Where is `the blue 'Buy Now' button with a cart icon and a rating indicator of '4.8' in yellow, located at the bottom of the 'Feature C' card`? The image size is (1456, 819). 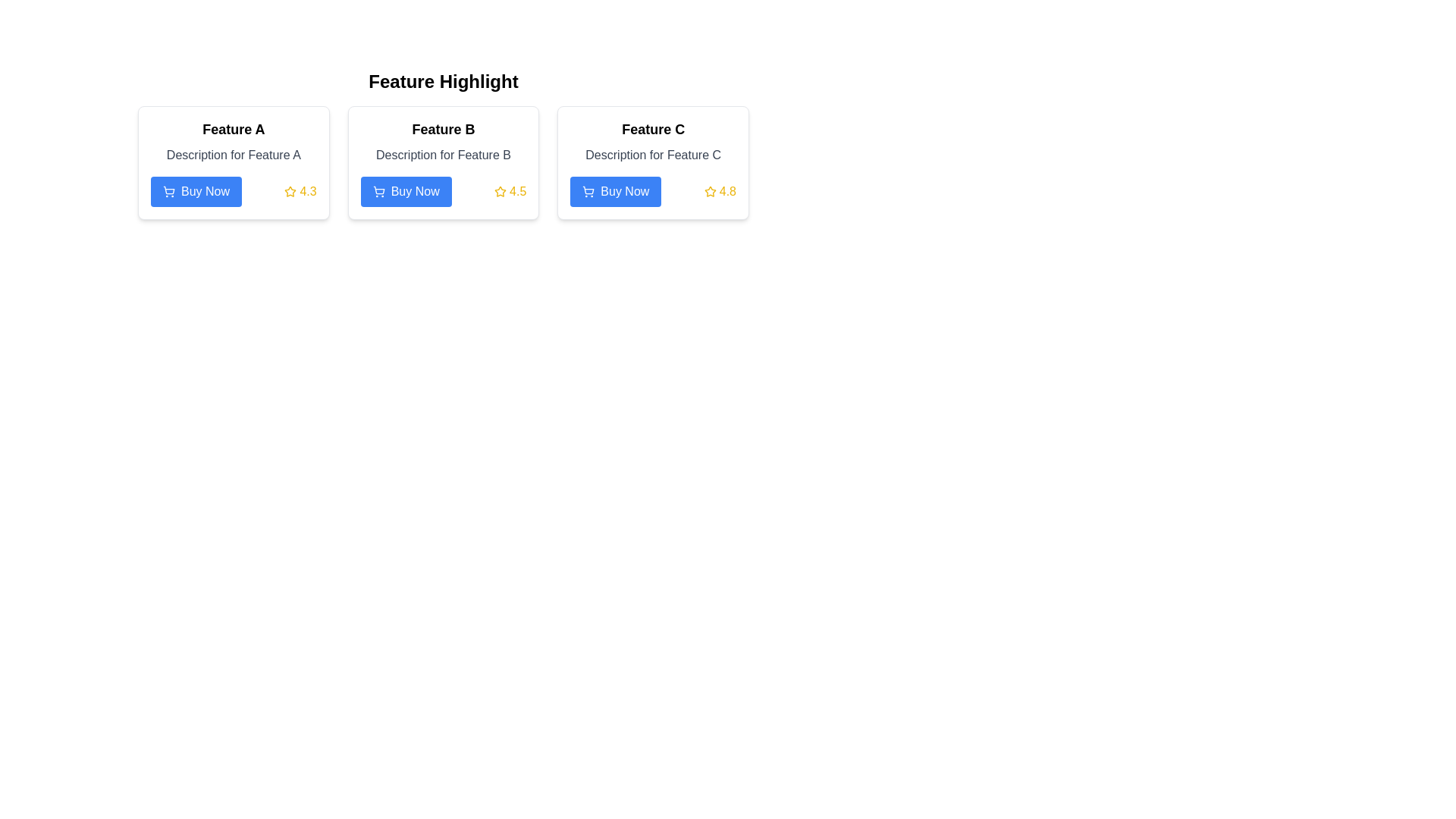
the blue 'Buy Now' button with a cart icon and a rating indicator of '4.8' in yellow, located at the bottom of the 'Feature C' card is located at coordinates (653, 191).